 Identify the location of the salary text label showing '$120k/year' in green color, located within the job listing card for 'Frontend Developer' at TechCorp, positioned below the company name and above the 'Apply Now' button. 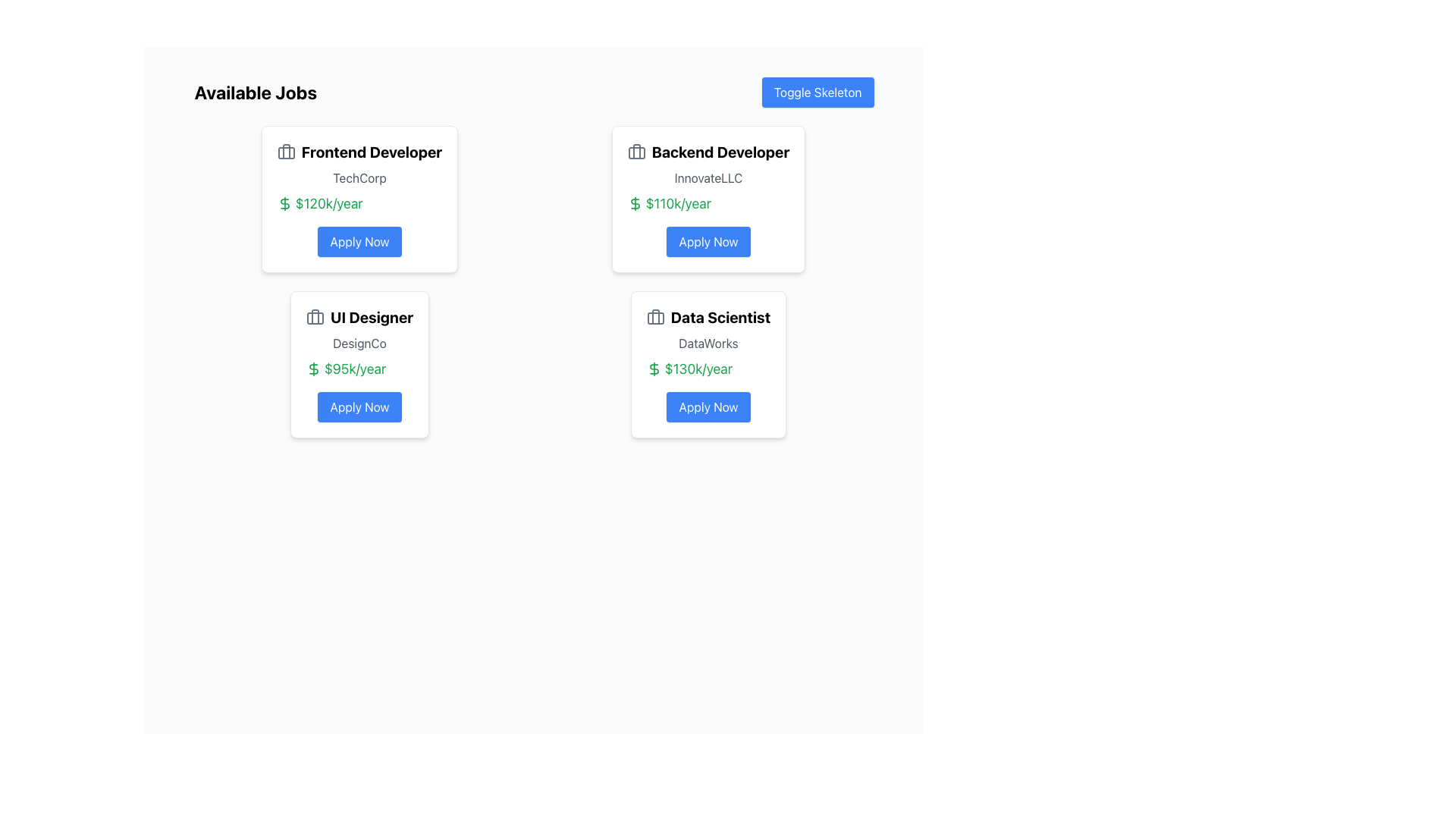
(359, 203).